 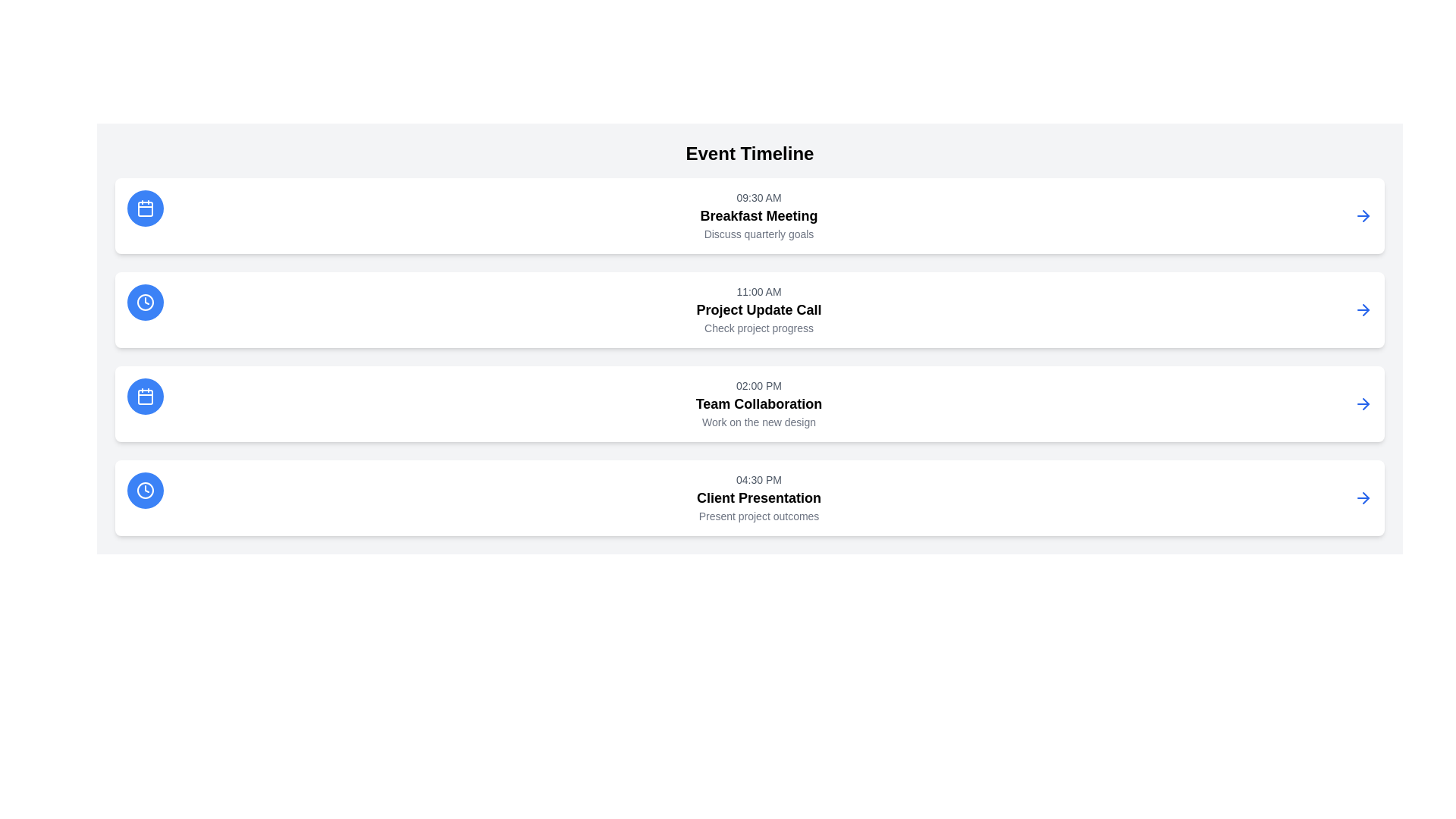 What do you see at coordinates (759, 497) in the screenshot?
I see `the descriptive text block that details the scheduled event in the fourth item of the vertical timeline` at bounding box center [759, 497].